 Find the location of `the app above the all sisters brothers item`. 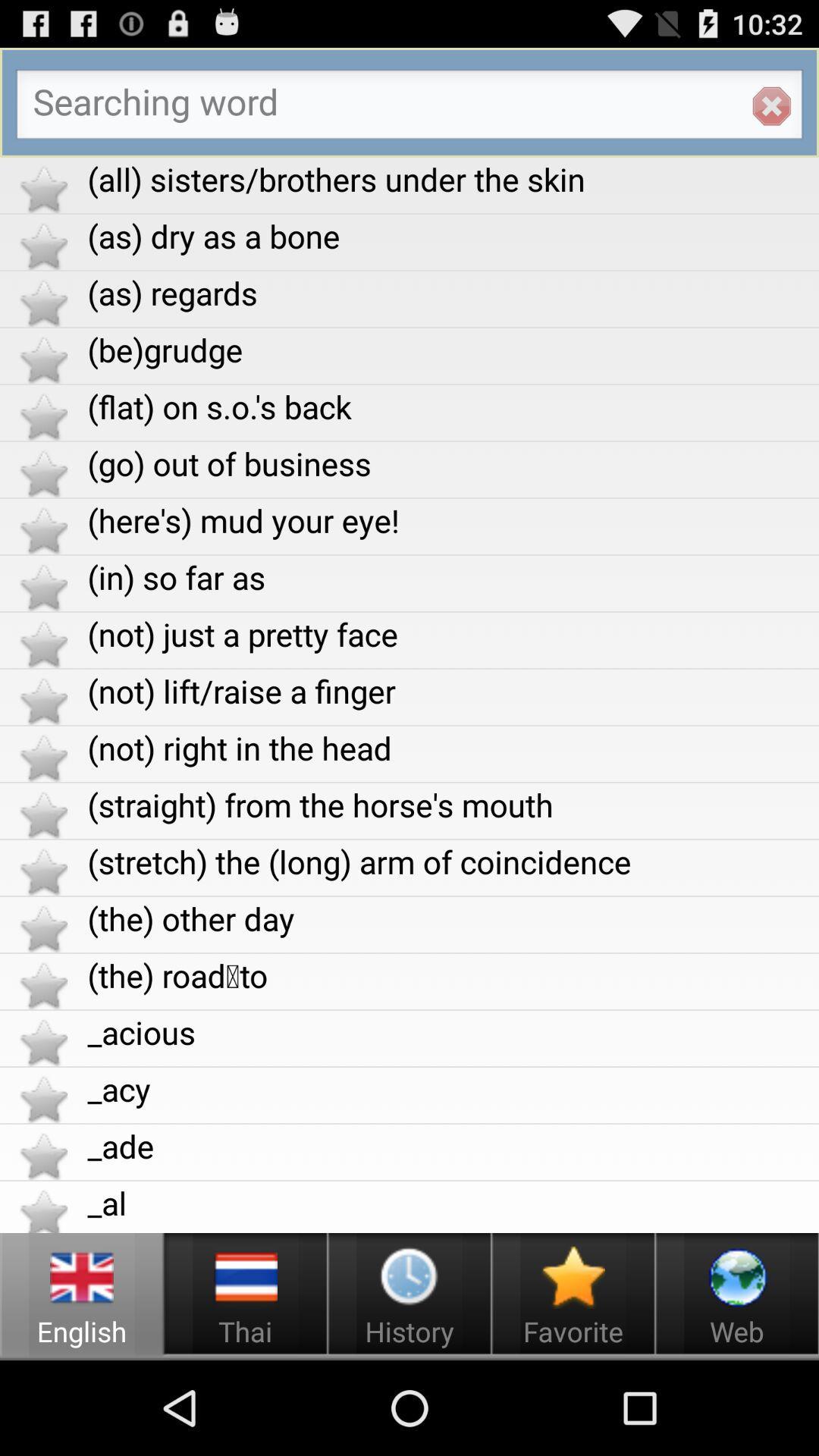

the app above the all sisters brothers item is located at coordinates (771, 105).